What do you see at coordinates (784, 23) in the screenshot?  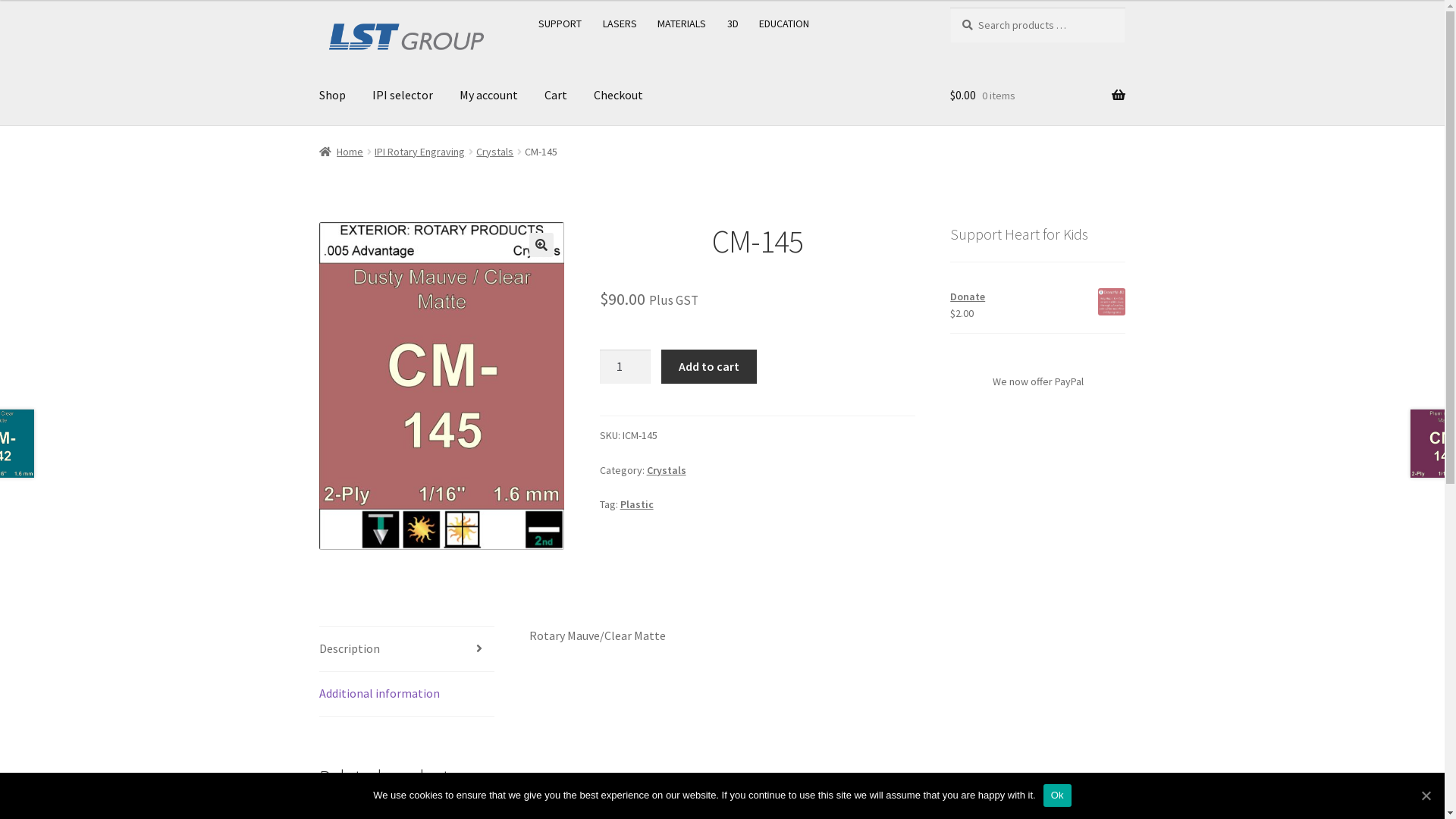 I see `'EDUCATION'` at bounding box center [784, 23].